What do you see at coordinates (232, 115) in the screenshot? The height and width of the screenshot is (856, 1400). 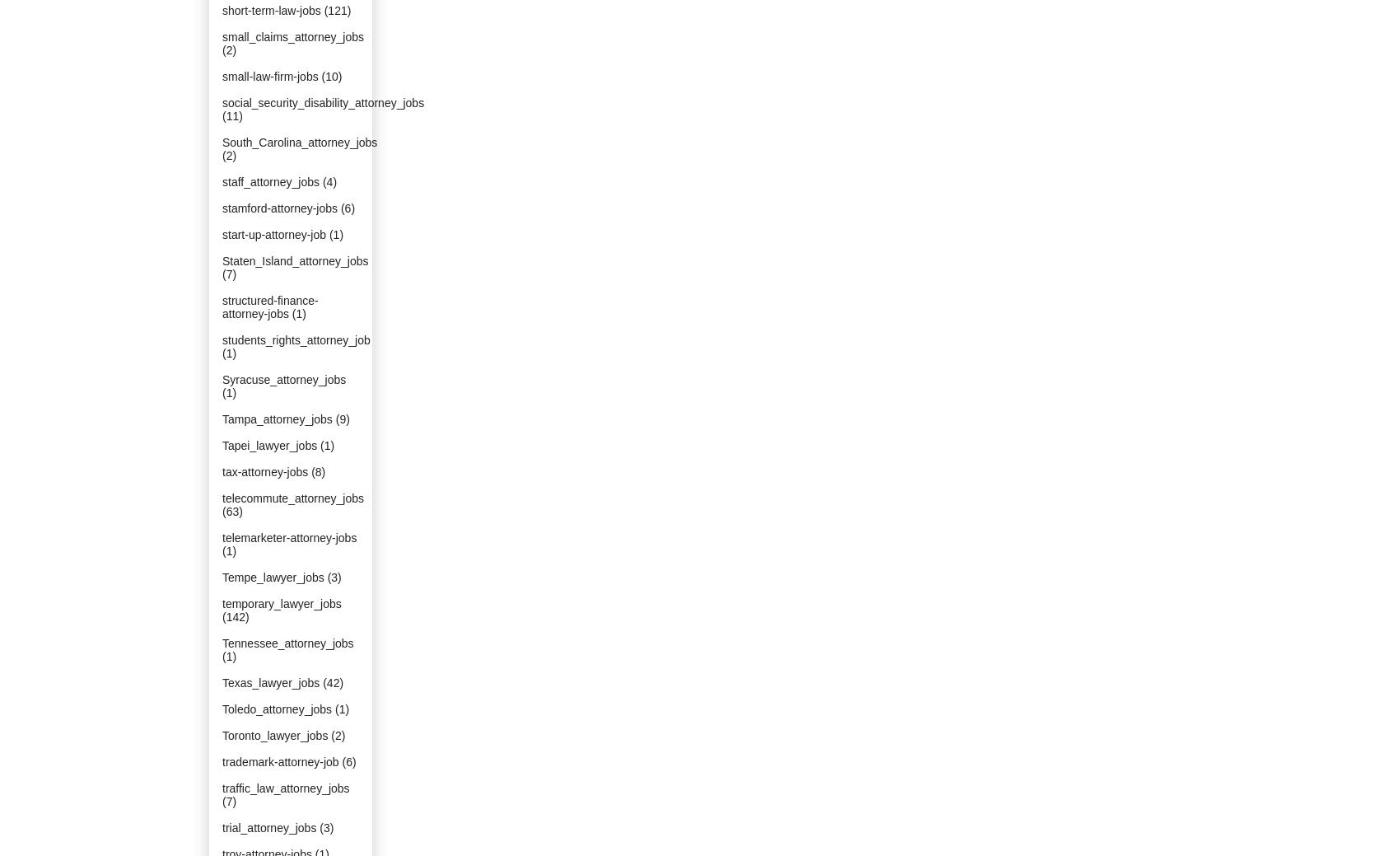 I see `'(11)'` at bounding box center [232, 115].